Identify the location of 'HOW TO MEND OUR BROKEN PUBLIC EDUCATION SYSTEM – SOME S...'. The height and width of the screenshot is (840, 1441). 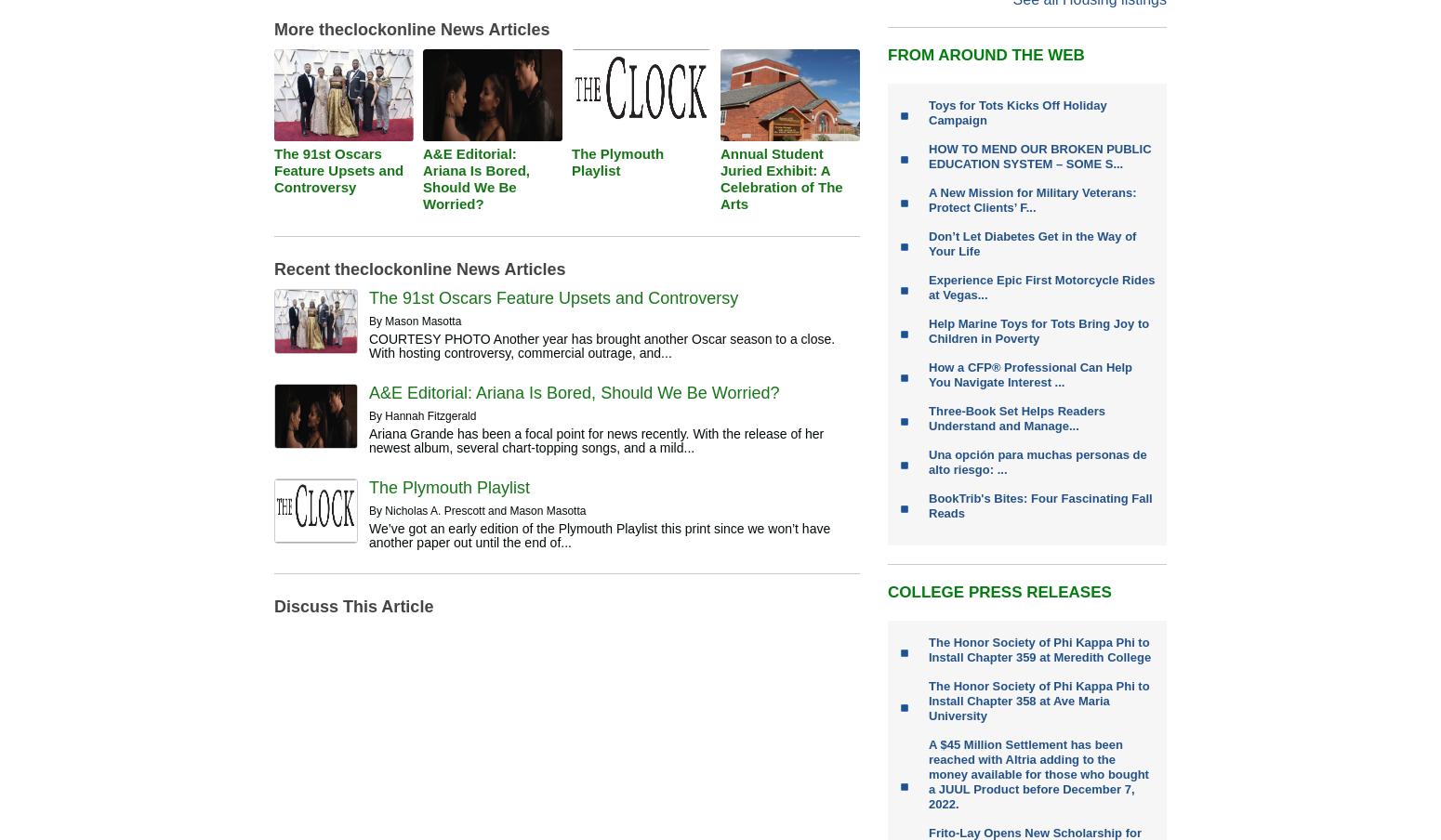
(927, 155).